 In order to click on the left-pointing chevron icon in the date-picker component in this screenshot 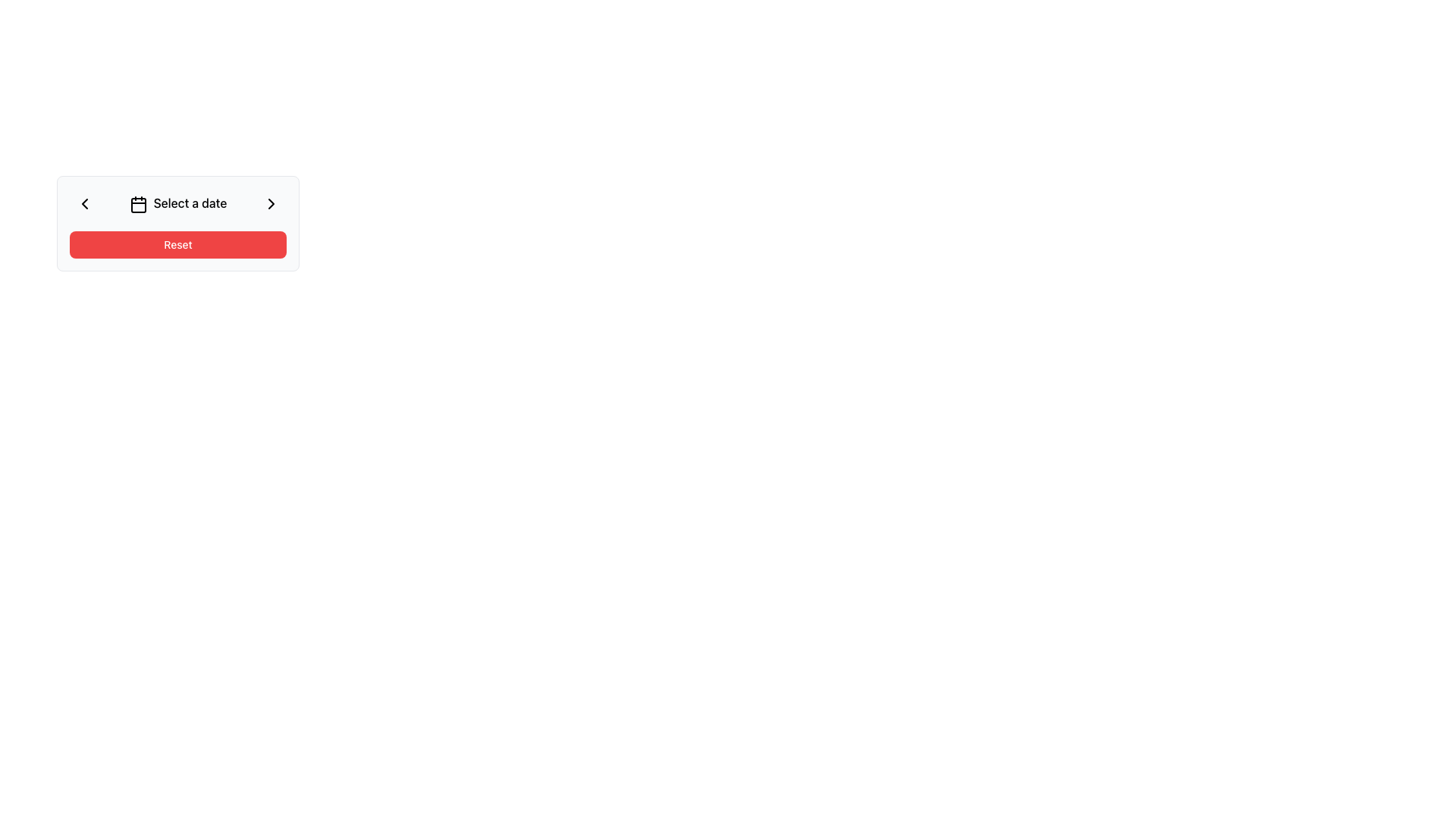, I will do `click(83, 203)`.